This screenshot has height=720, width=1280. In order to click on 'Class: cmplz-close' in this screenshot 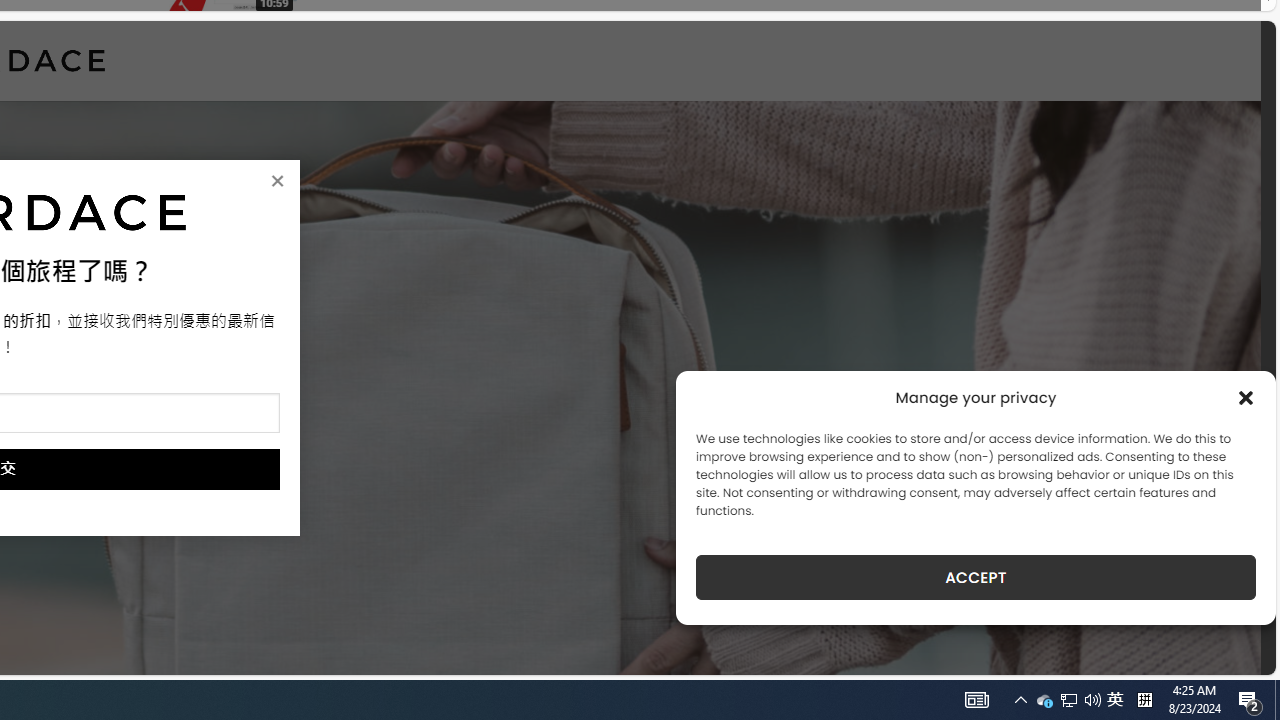, I will do `click(1245, 398)`.